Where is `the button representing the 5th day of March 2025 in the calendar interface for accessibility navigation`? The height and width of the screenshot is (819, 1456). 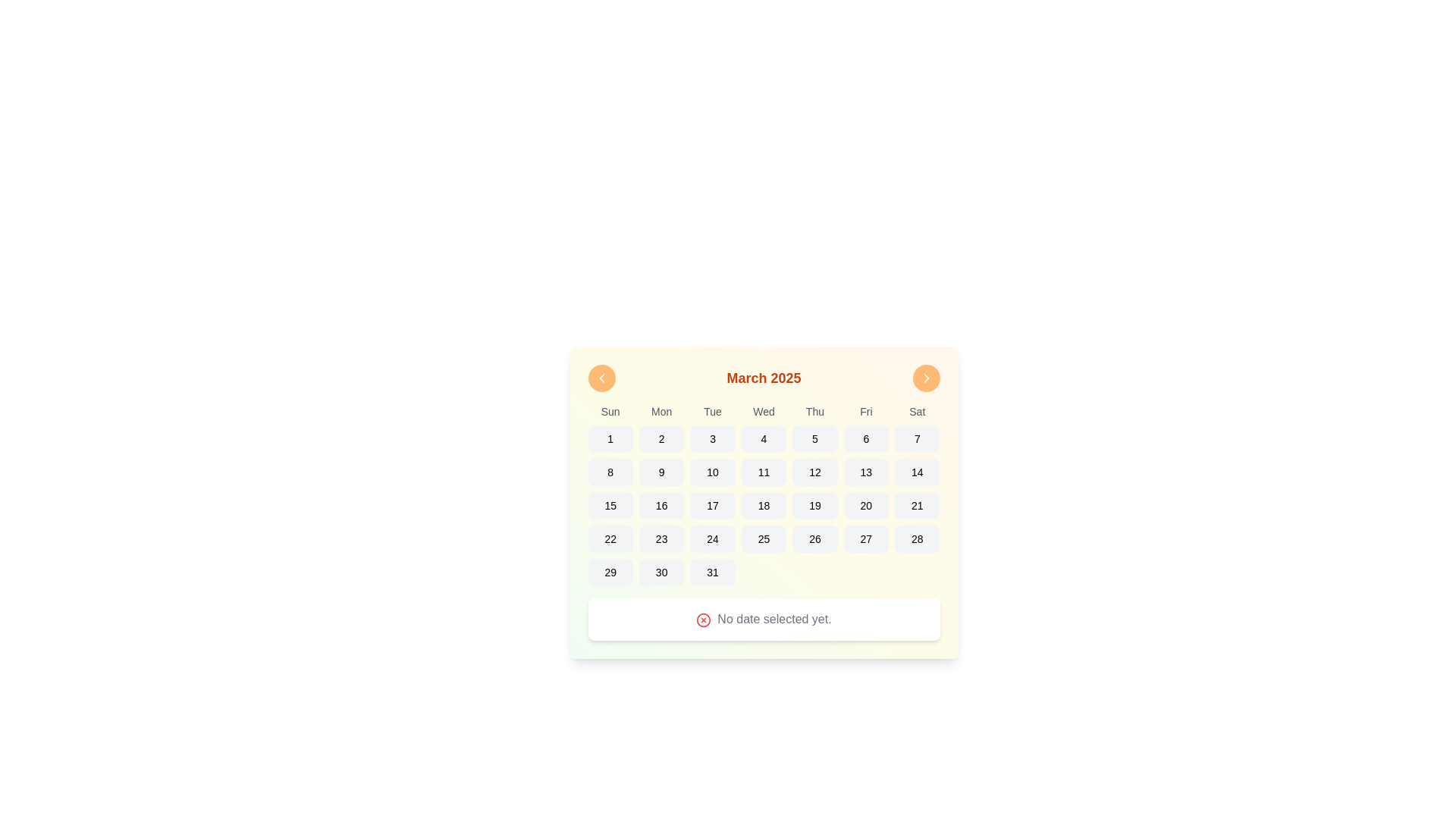 the button representing the 5th day of March 2025 in the calendar interface for accessibility navigation is located at coordinates (814, 438).